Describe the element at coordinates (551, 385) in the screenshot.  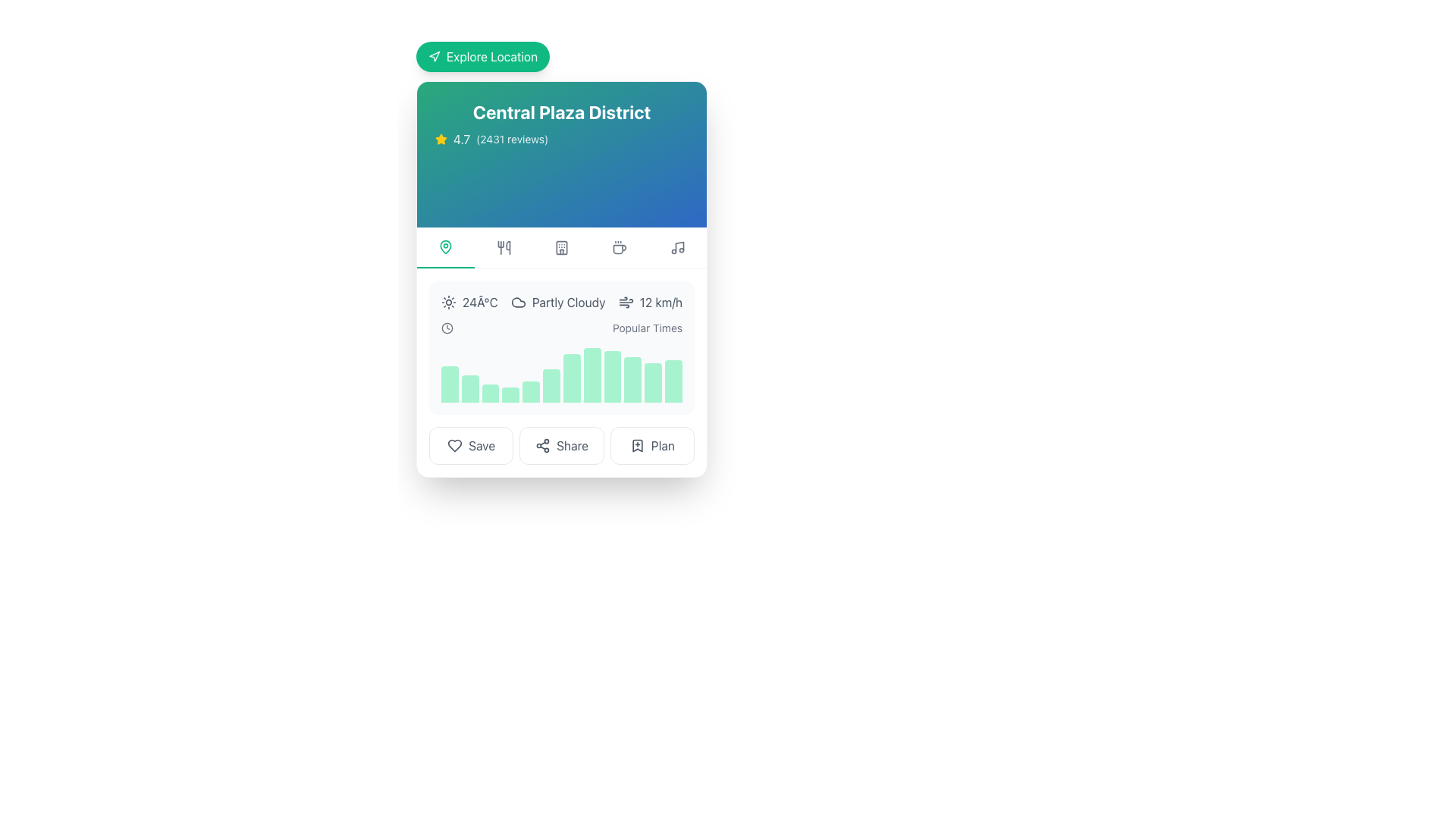
I see `the green-colored vertical bar with rounded corners, which is the 6th bar in the bar chart representing data visually` at that location.